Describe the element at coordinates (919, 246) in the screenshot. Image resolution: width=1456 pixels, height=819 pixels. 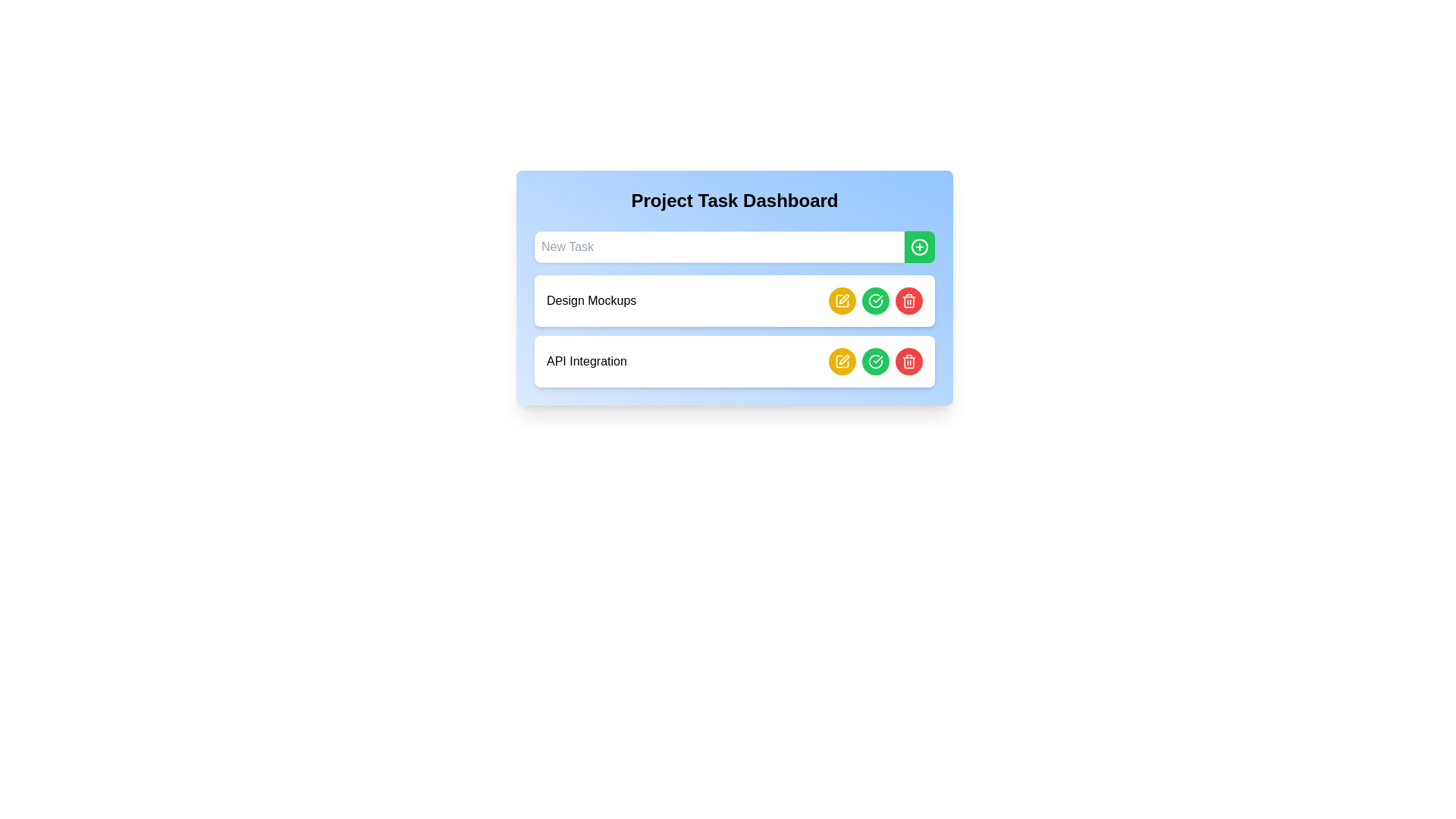
I see `the circular add button with a green background and white border, located at the top right corner of the 'New Task' input field` at that location.